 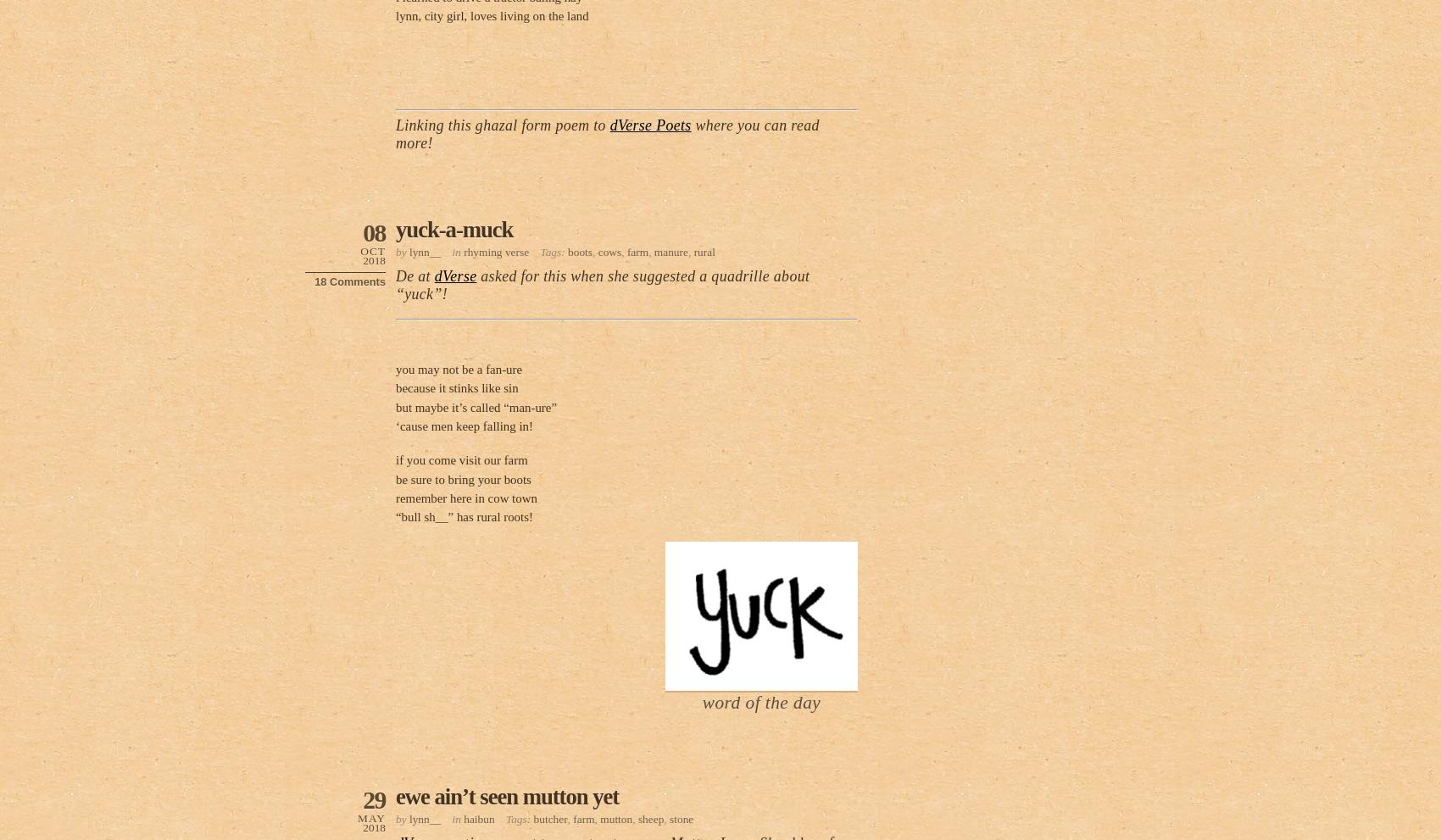 I want to click on 'lynn, city girl, loves living on the land', so click(x=491, y=15).